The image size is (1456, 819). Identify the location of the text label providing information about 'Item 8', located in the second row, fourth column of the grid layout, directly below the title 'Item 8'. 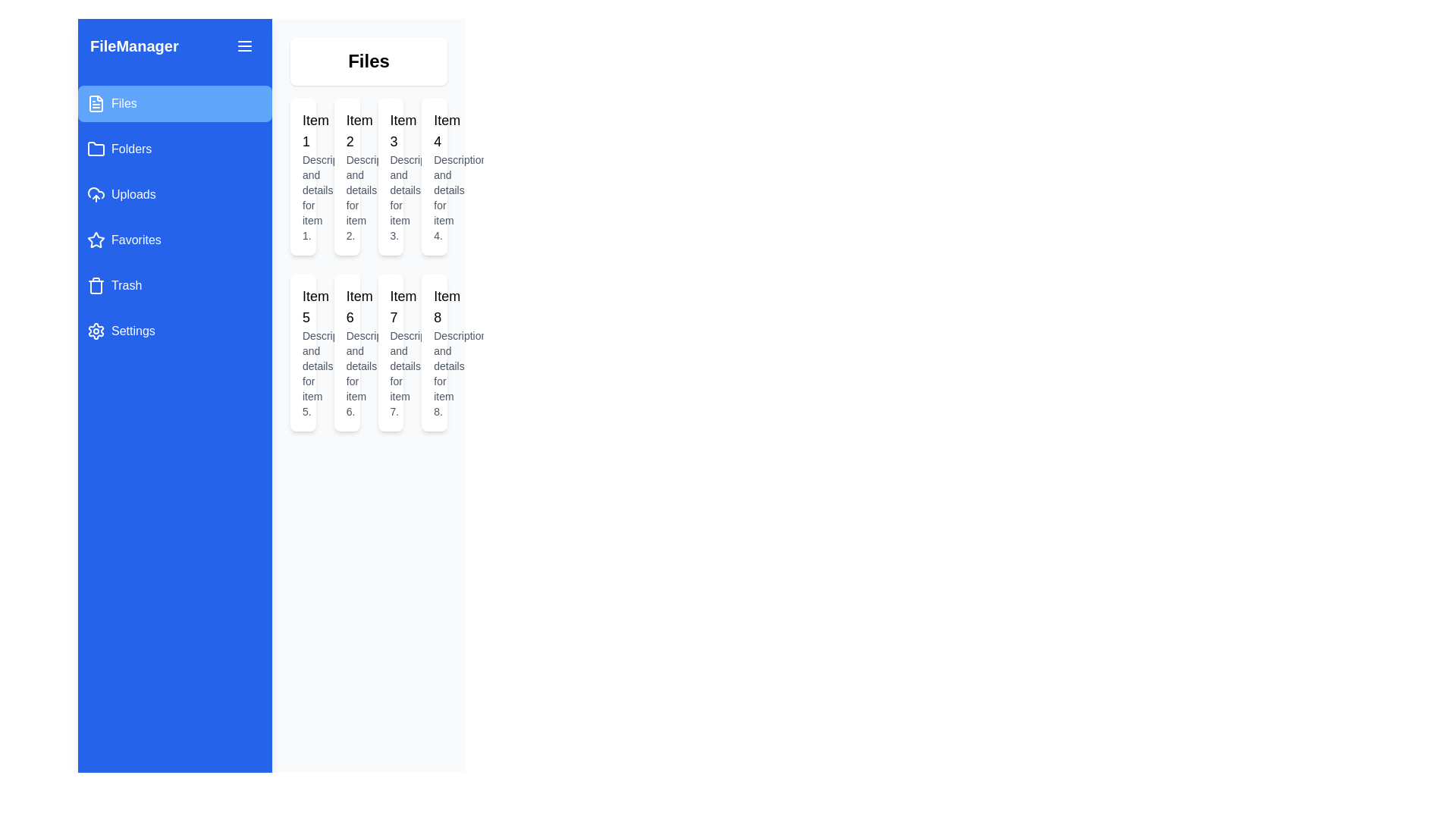
(434, 374).